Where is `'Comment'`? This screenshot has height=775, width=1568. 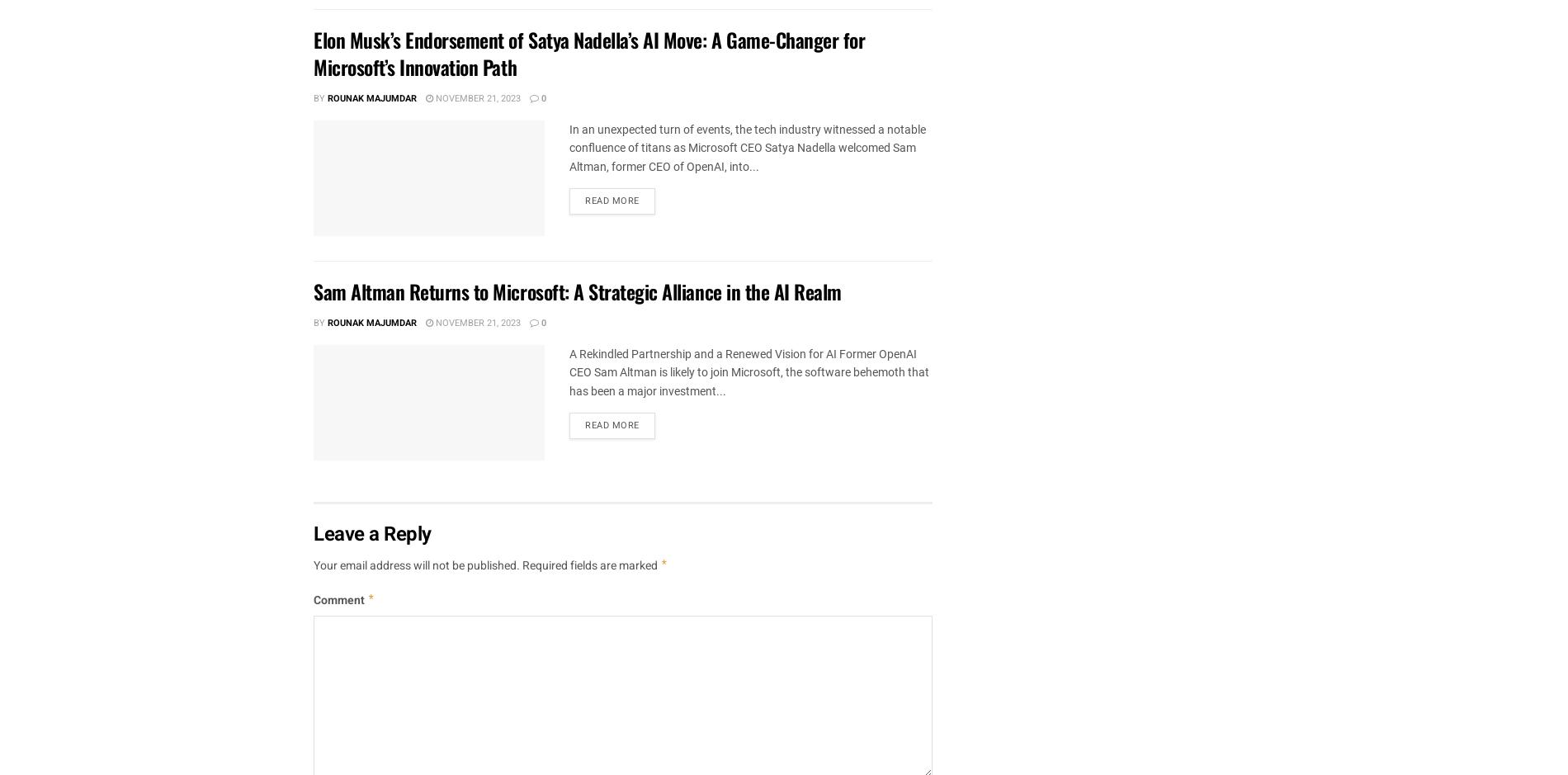
'Comment' is located at coordinates (339, 600).